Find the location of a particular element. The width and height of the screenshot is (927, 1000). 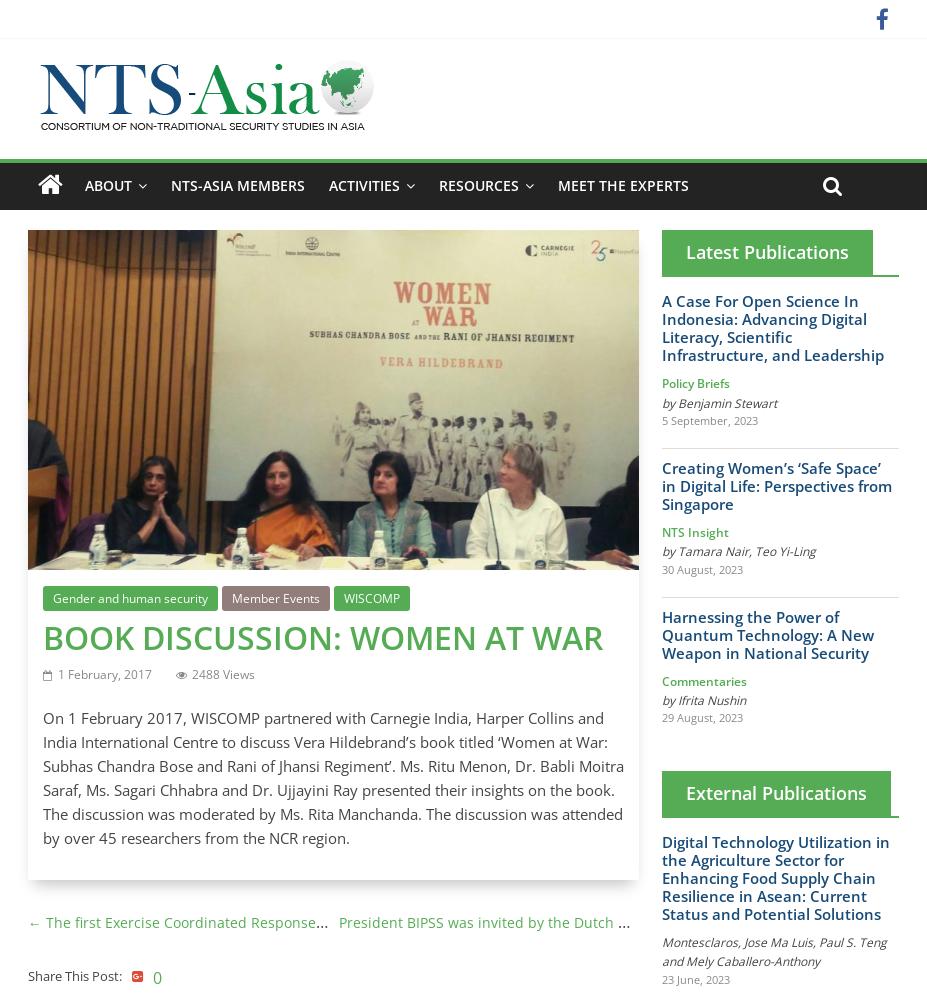

'Harnessing the Power of Quantum Technology: A New Weapon in National Security' is located at coordinates (767, 634).